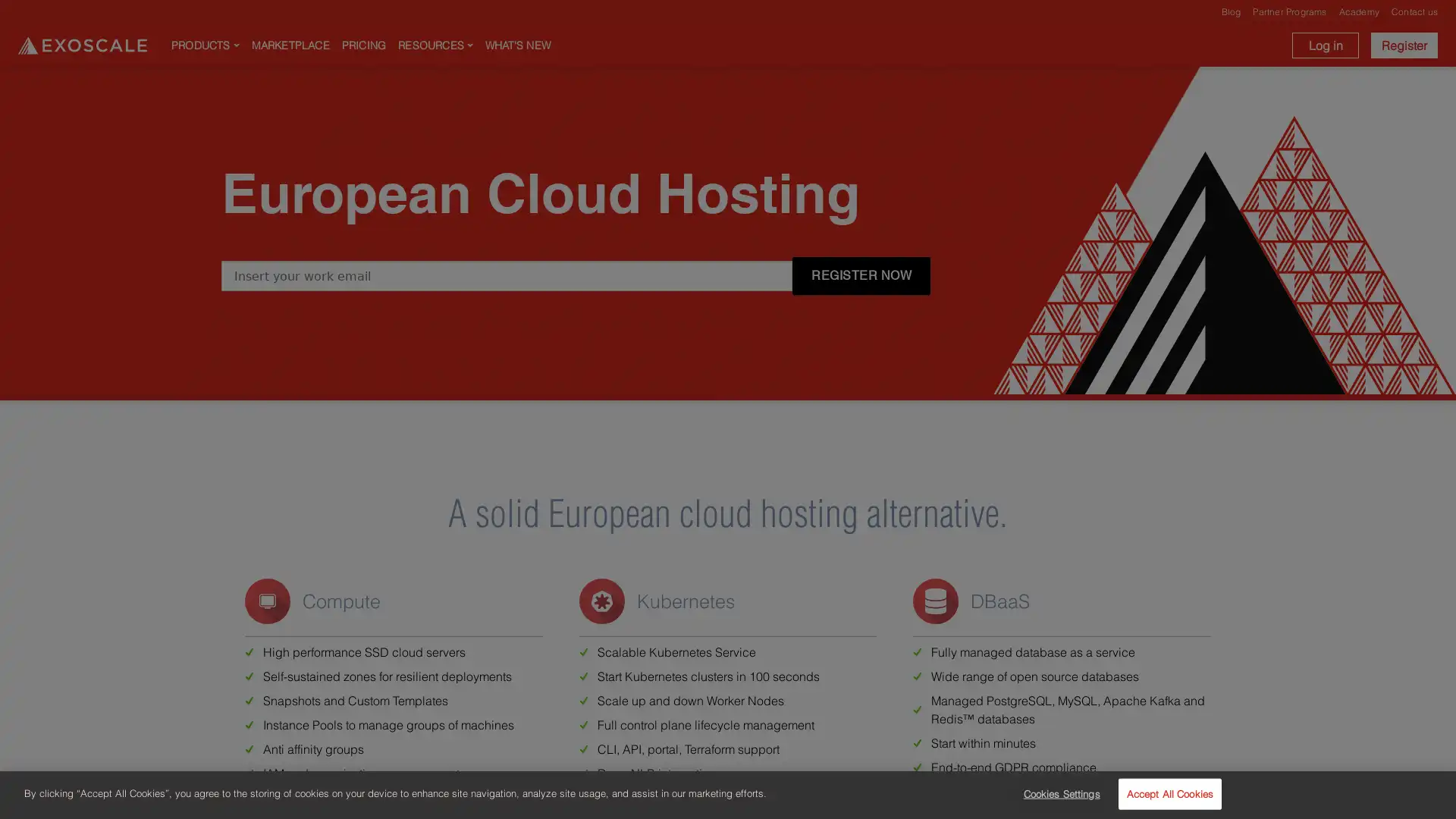 This screenshot has height=819, width=1456. I want to click on REGISTER NOW, so click(861, 275).